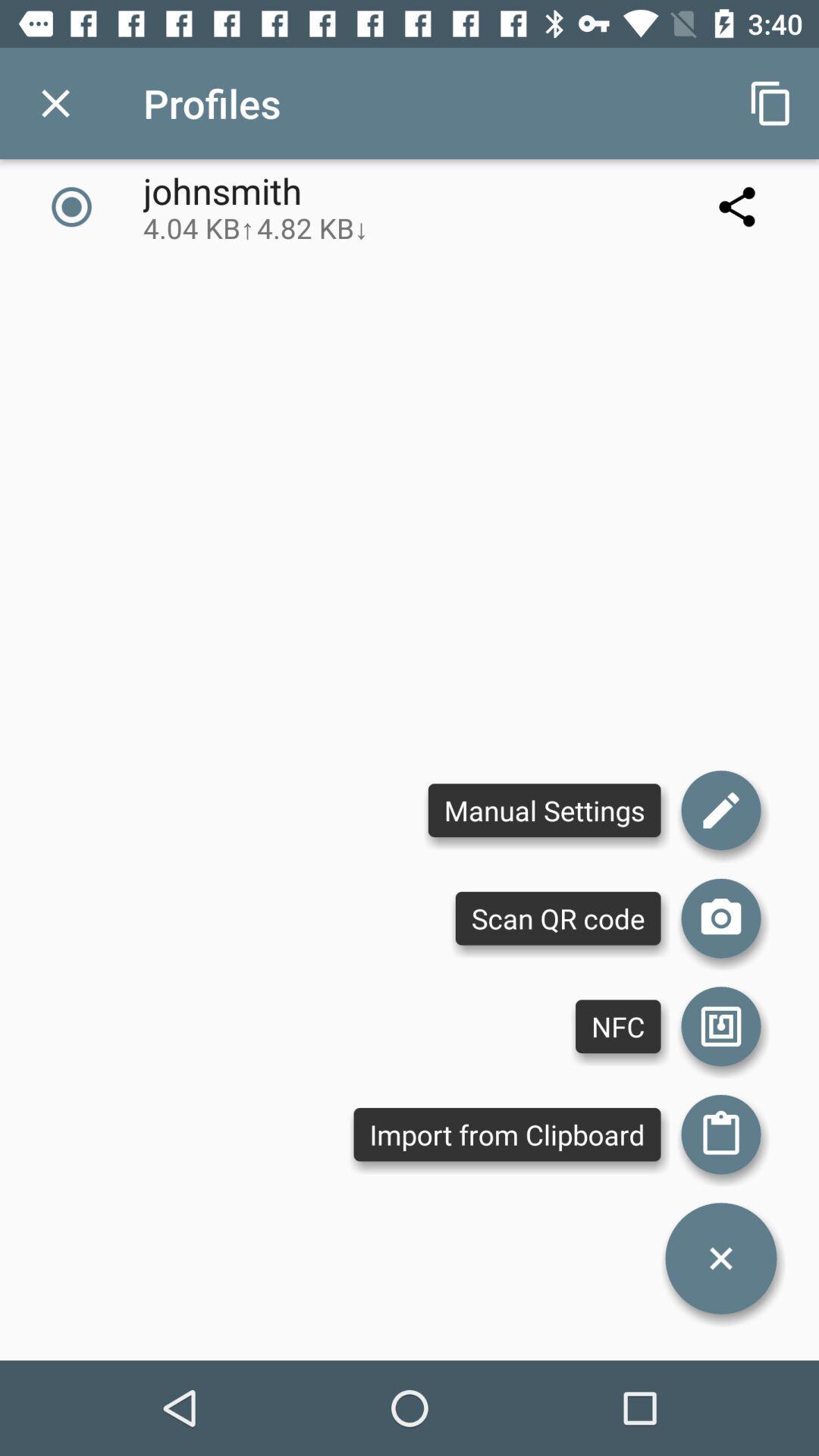 Image resolution: width=819 pixels, height=1456 pixels. What do you see at coordinates (720, 809) in the screenshot?
I see `edit manual settings` at bounding box center [720, 809].